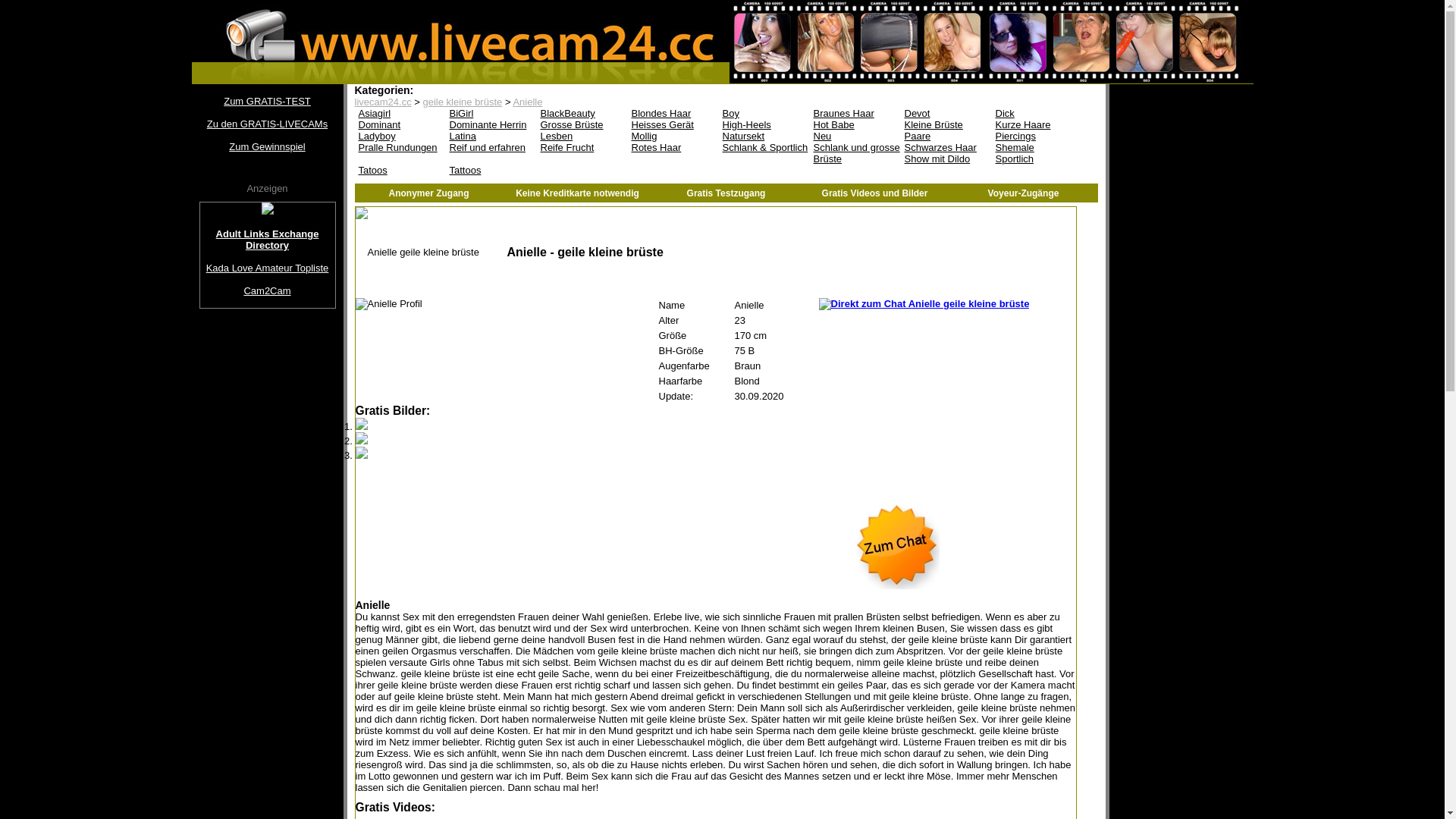 This screenshot has height=819, width=1456. What do you see at coordinates (855, 124) in the screenshot?
I see `'Hot Babe'` at bounding box center [855, 124].